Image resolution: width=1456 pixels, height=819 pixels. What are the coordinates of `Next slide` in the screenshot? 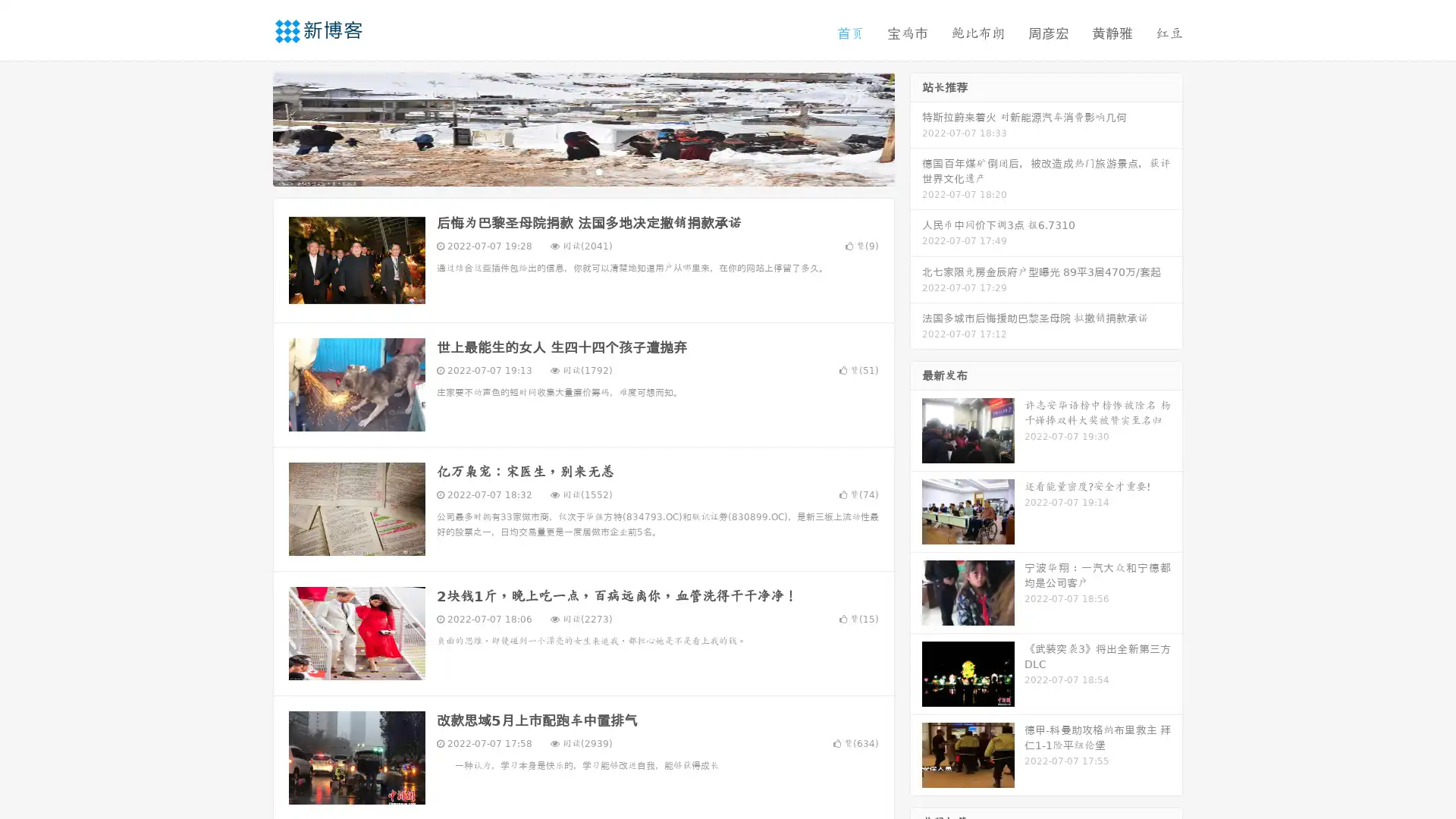 It's located at (916, 127).